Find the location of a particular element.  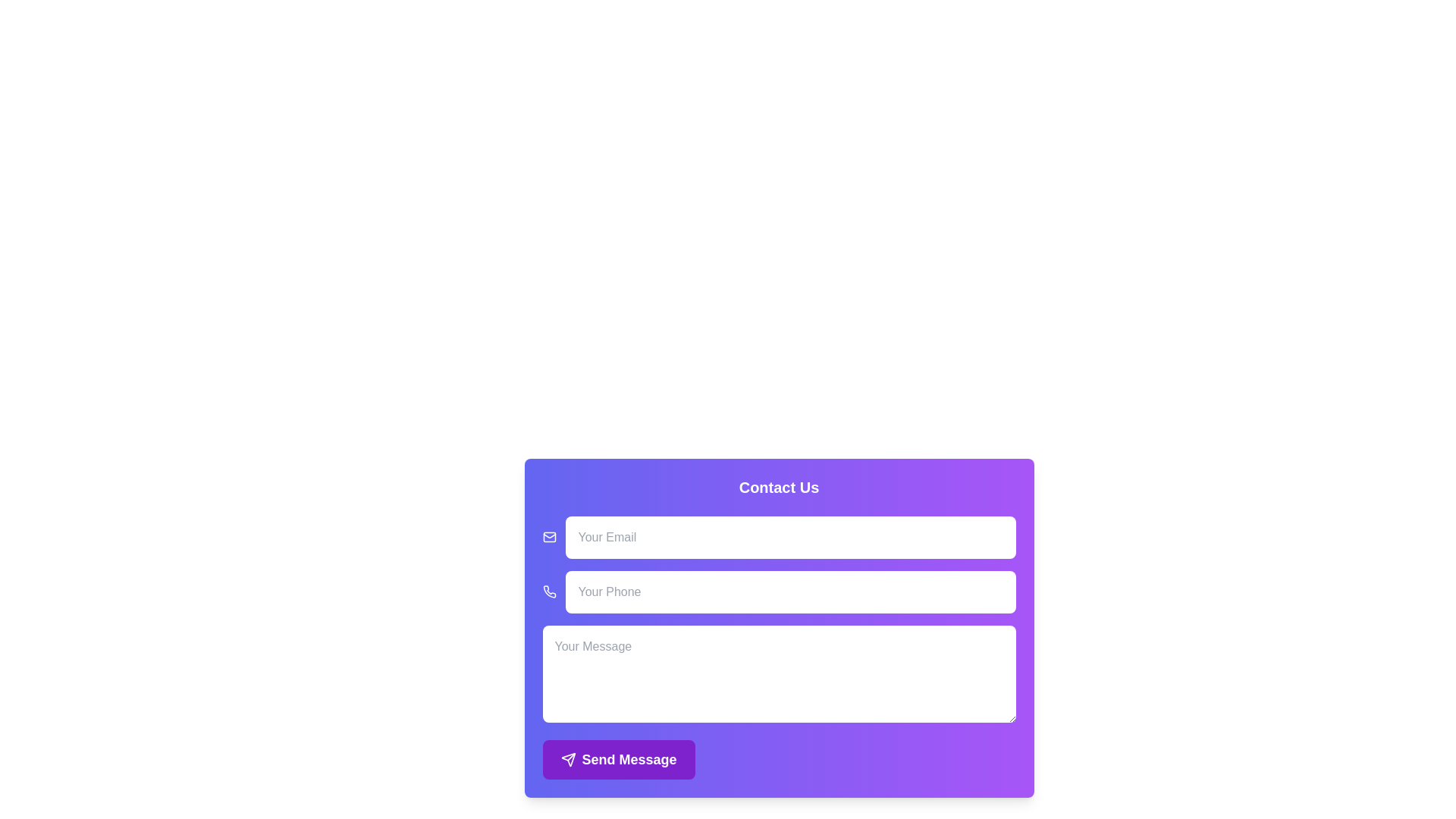

the email input icon located at the top left of the 'Contact Us' panel, which indicates the purpose of the adjacent text field for email input is located at coordinates (548, 537).